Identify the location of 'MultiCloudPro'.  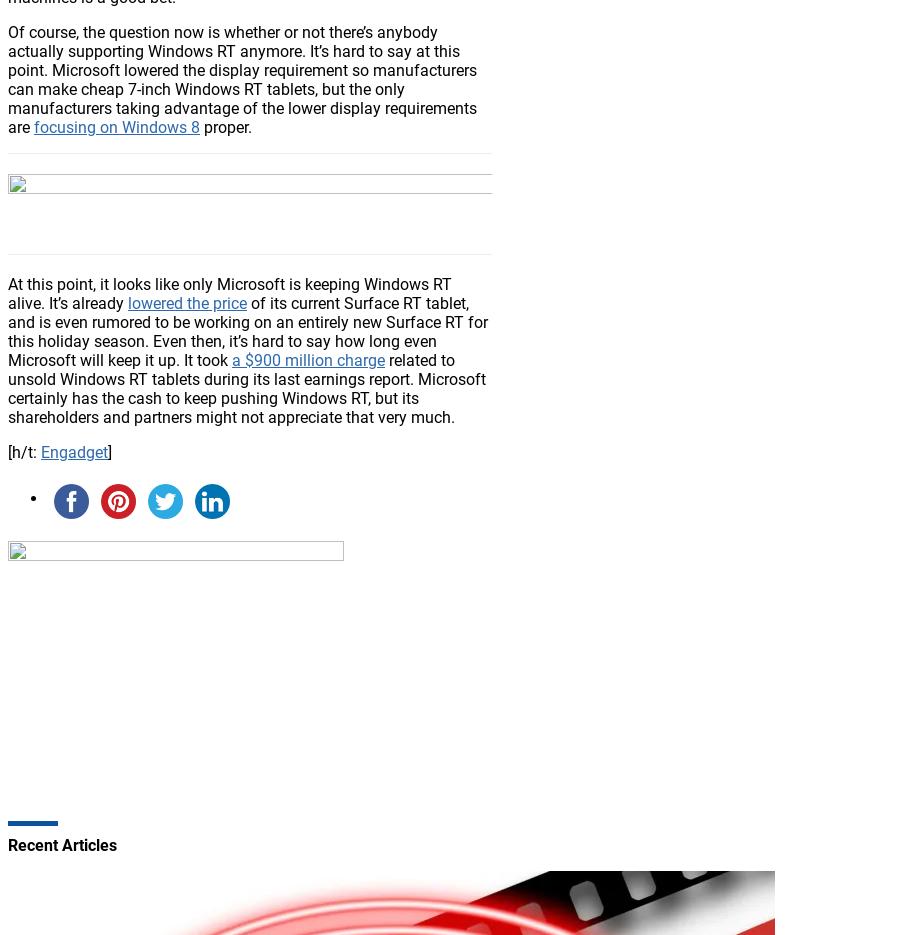
(139, 142).